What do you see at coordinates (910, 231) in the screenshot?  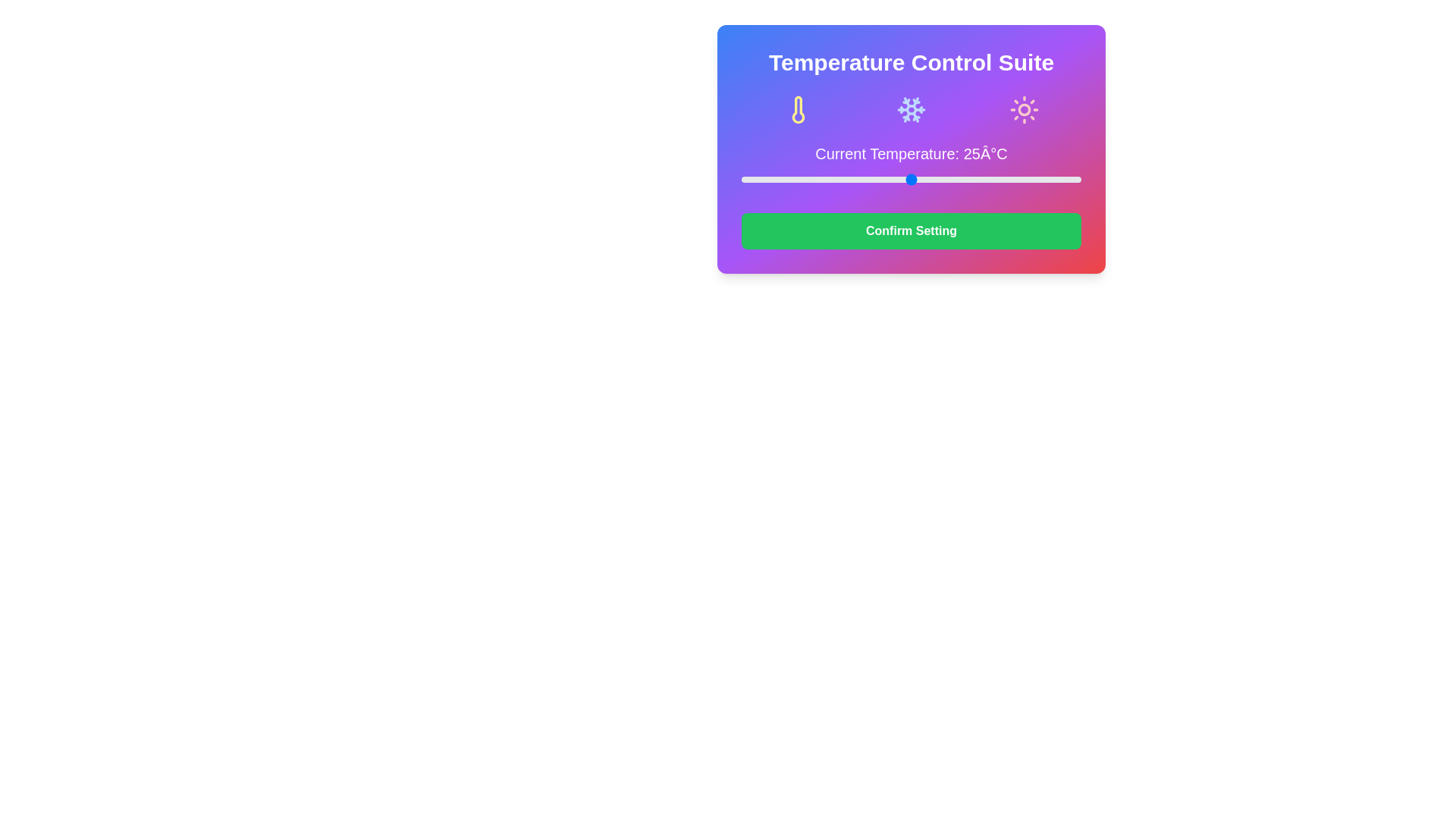 I see `'Confirm Setting' button to confirm the temperature setting` at bounding box center [910, 231].